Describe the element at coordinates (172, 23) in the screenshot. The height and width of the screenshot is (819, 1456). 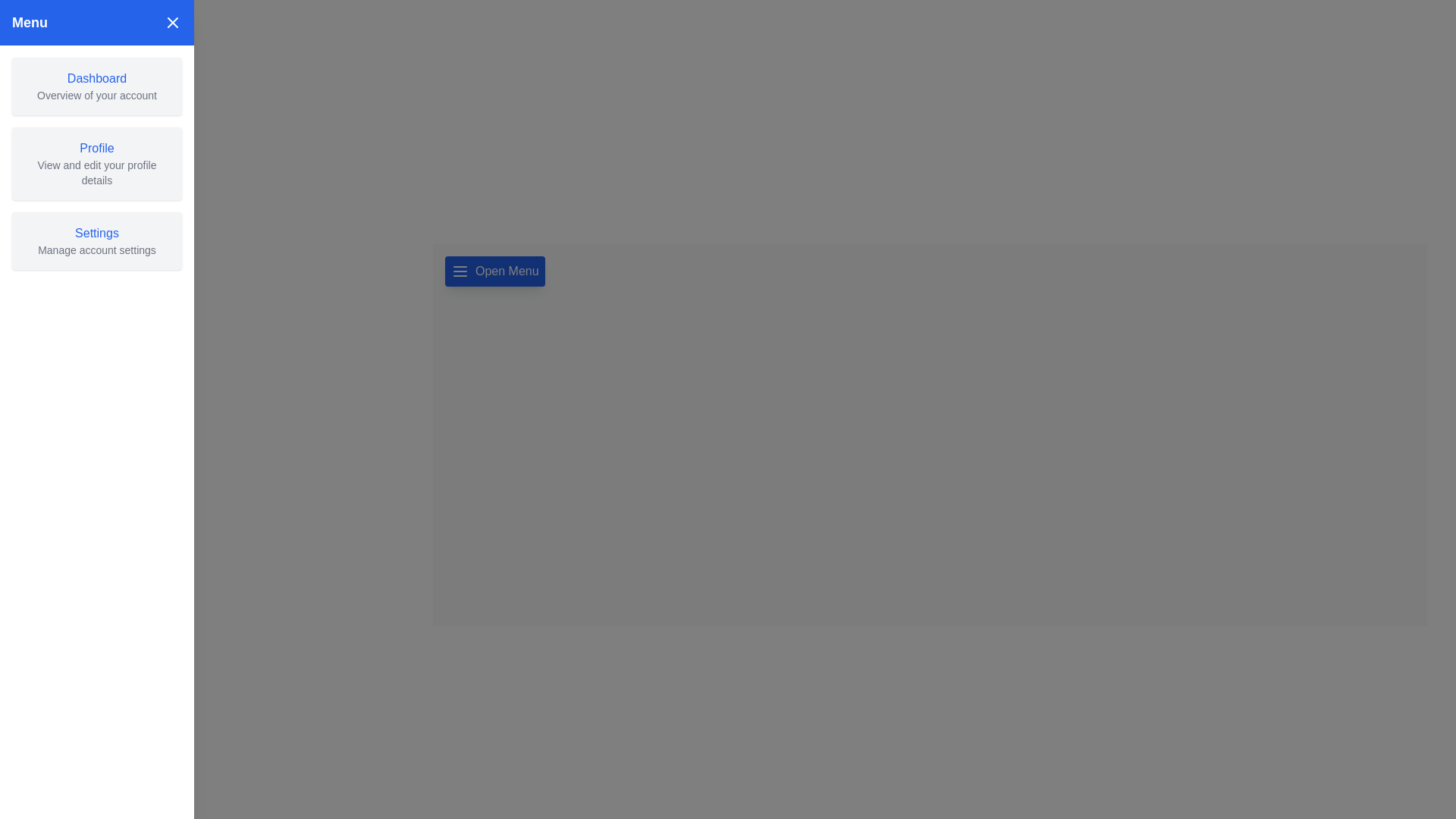
I see `the small 'X' icon located in the top-right corner of the blue bar labeled 'Menu'` at that location.